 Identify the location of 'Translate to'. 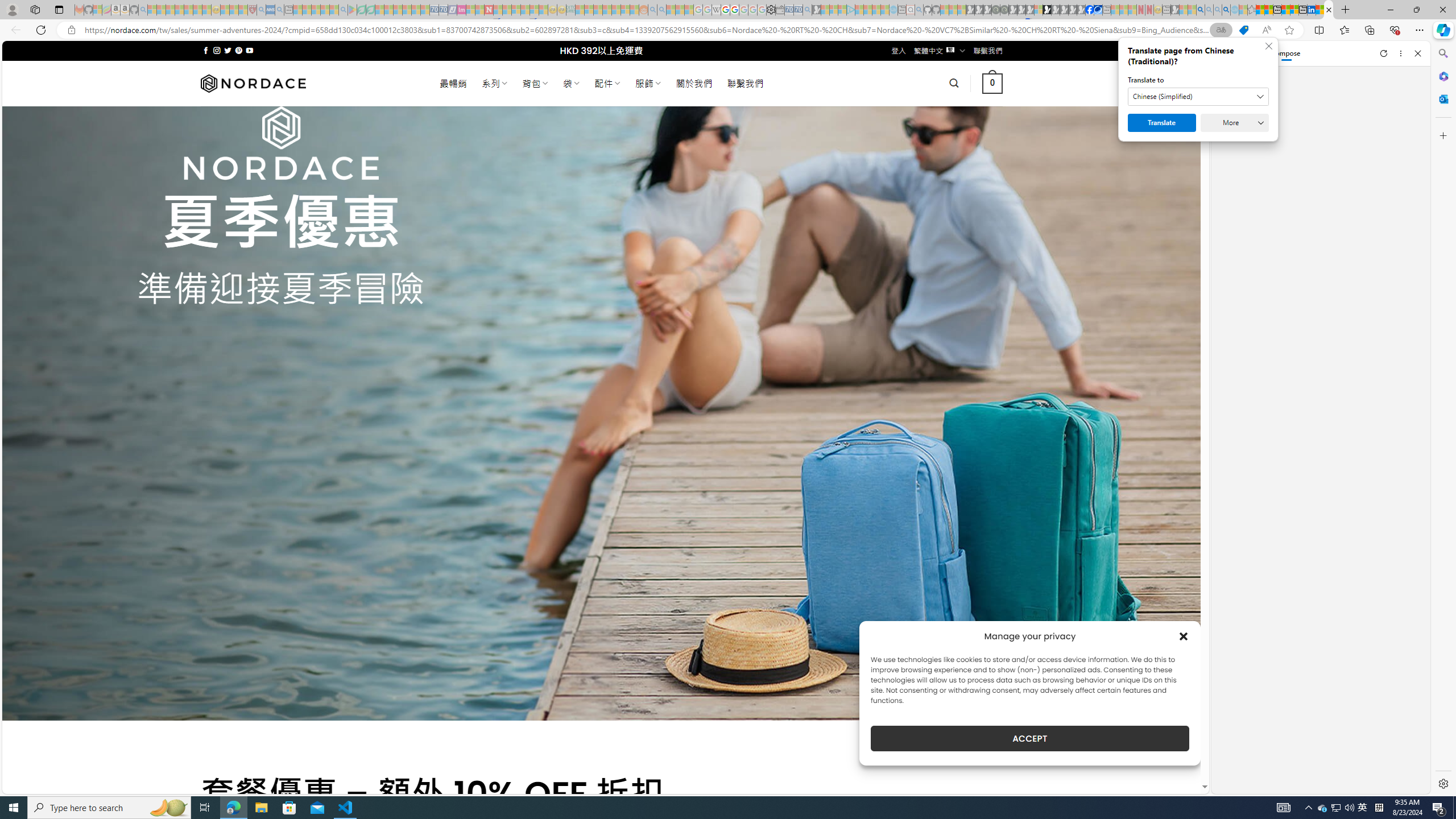
(1198, 96).